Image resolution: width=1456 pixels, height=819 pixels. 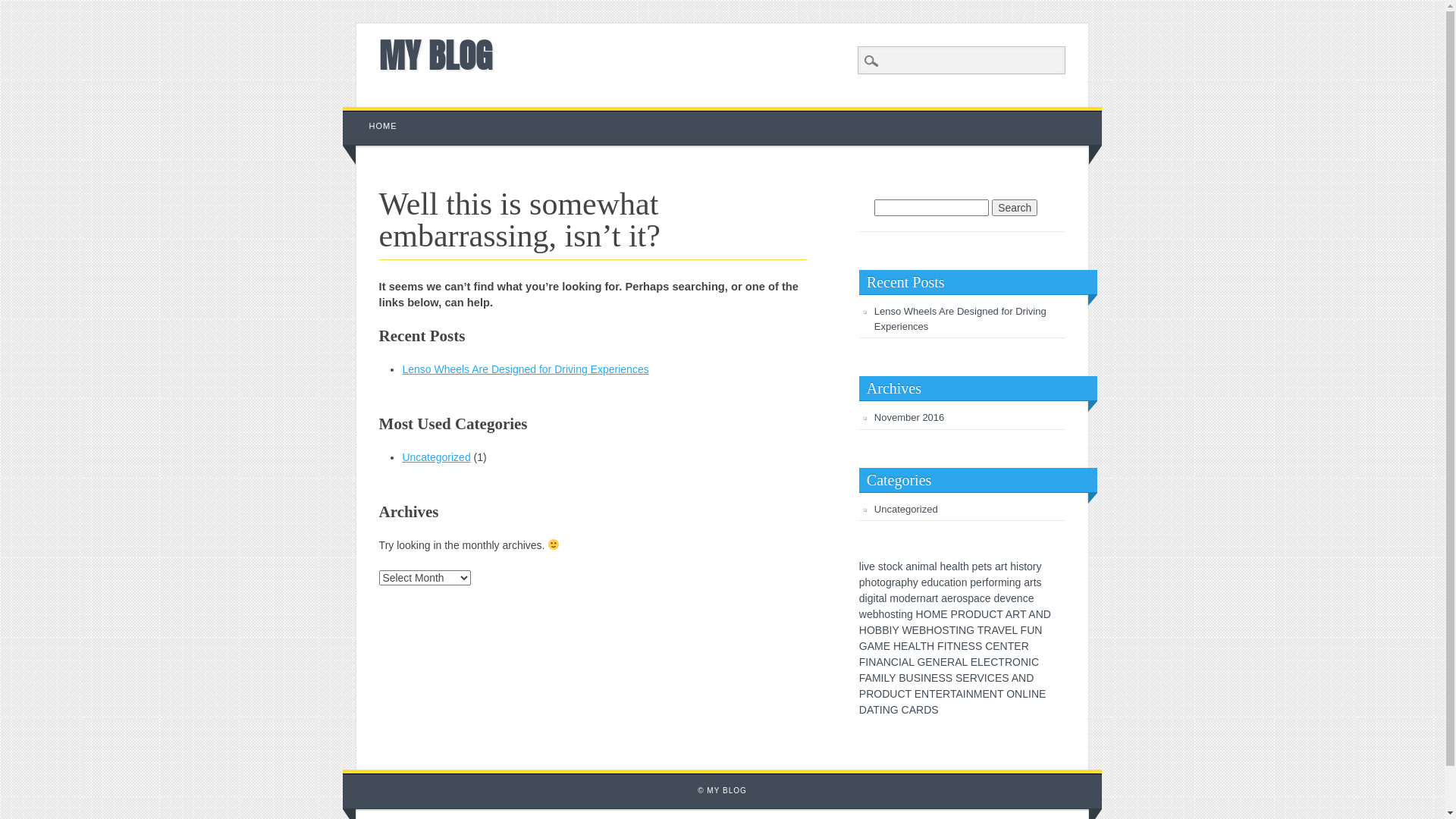 What do you see at coordinates (0, 8) in the screenshot?
I see `'Search'` at bounding box center [0, 8].